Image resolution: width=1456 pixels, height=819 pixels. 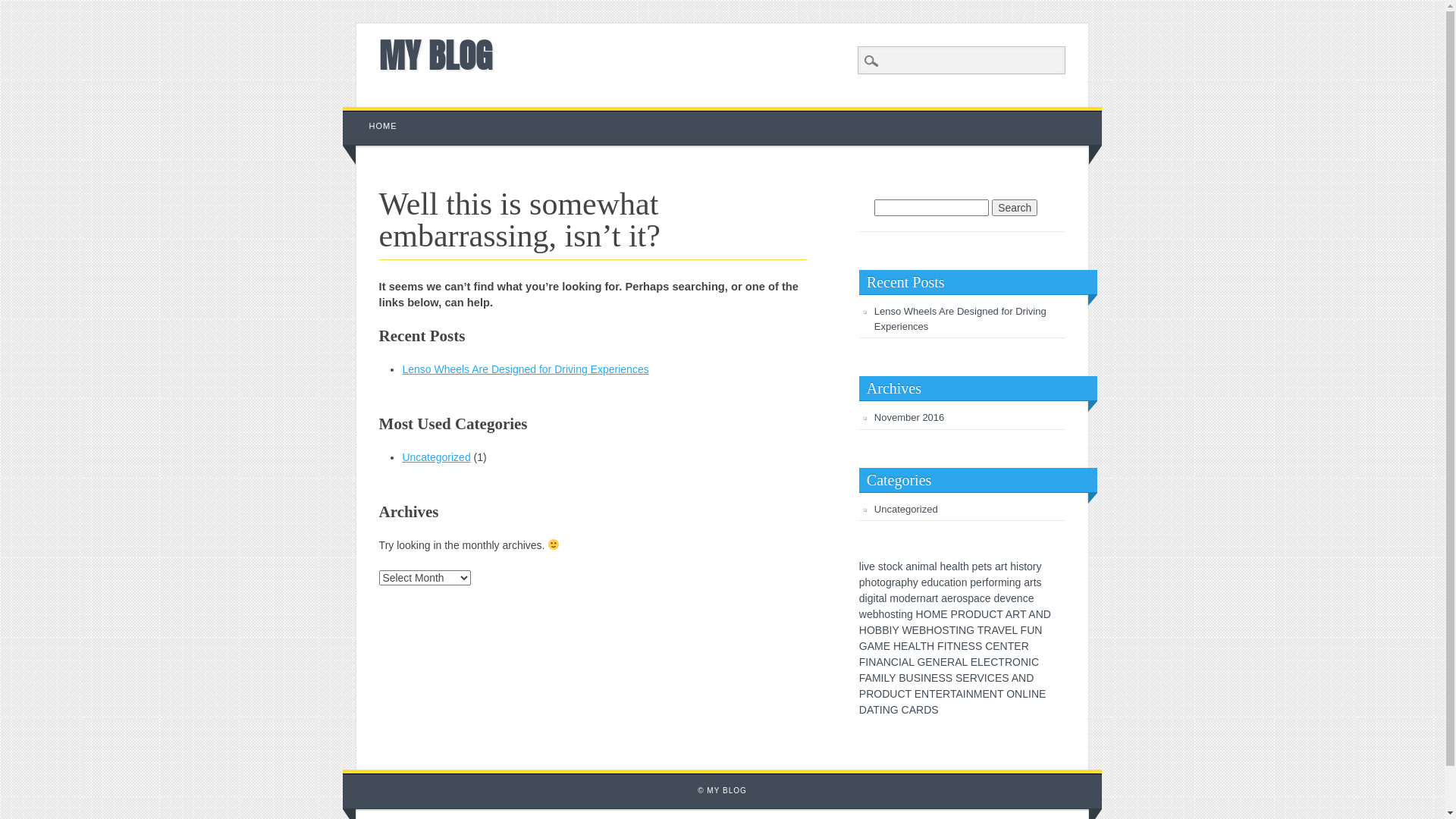 What do you see at coordinates (0, 8) in the screenshot?
I see `'Search'` at bounding box center [0, 8].